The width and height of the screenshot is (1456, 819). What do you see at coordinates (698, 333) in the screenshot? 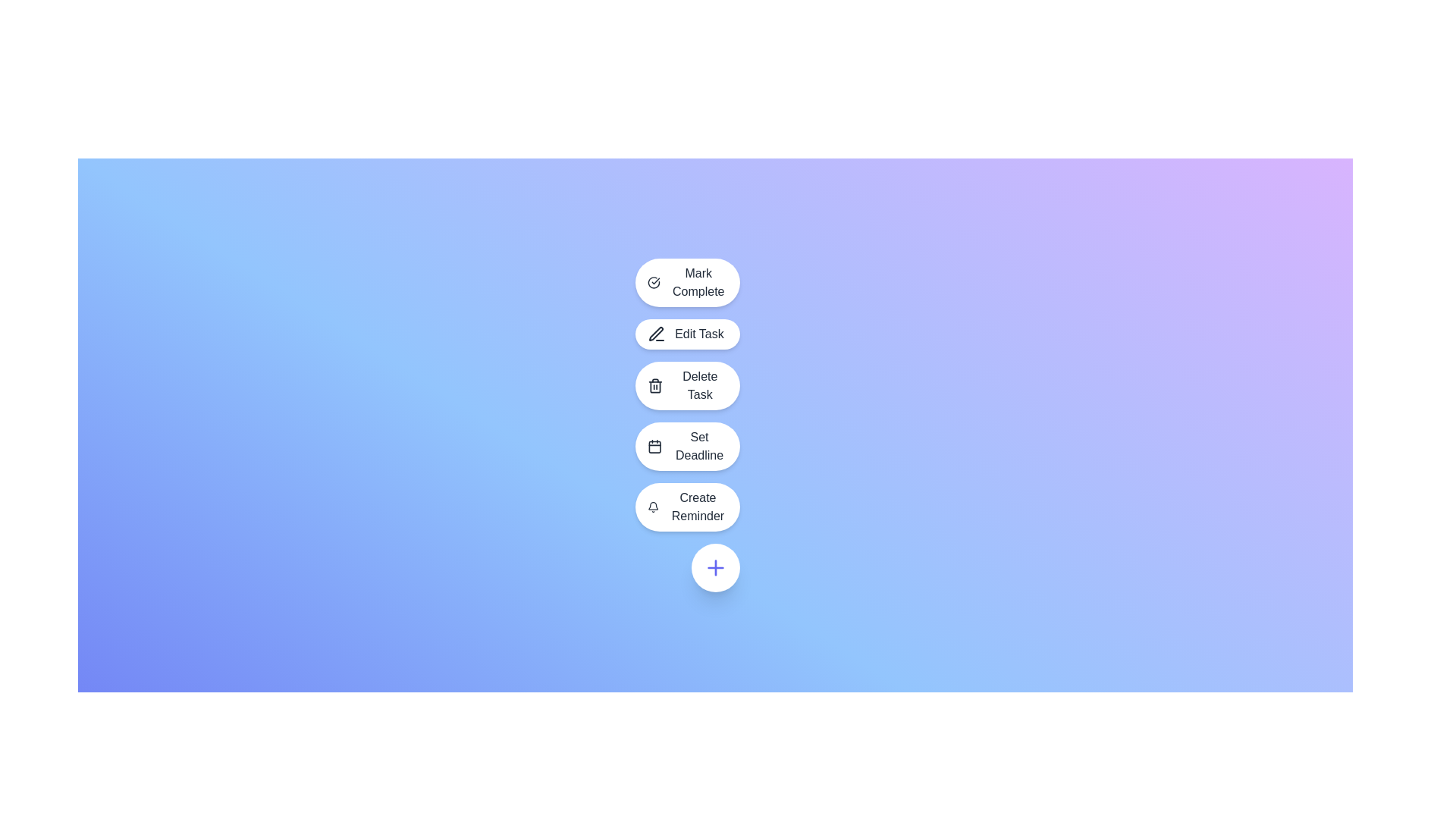
I see `the Text Label that indicates the action for editing a task, which is located within the second interactive button in a vertical options menu` at bounding box center [698, 333].